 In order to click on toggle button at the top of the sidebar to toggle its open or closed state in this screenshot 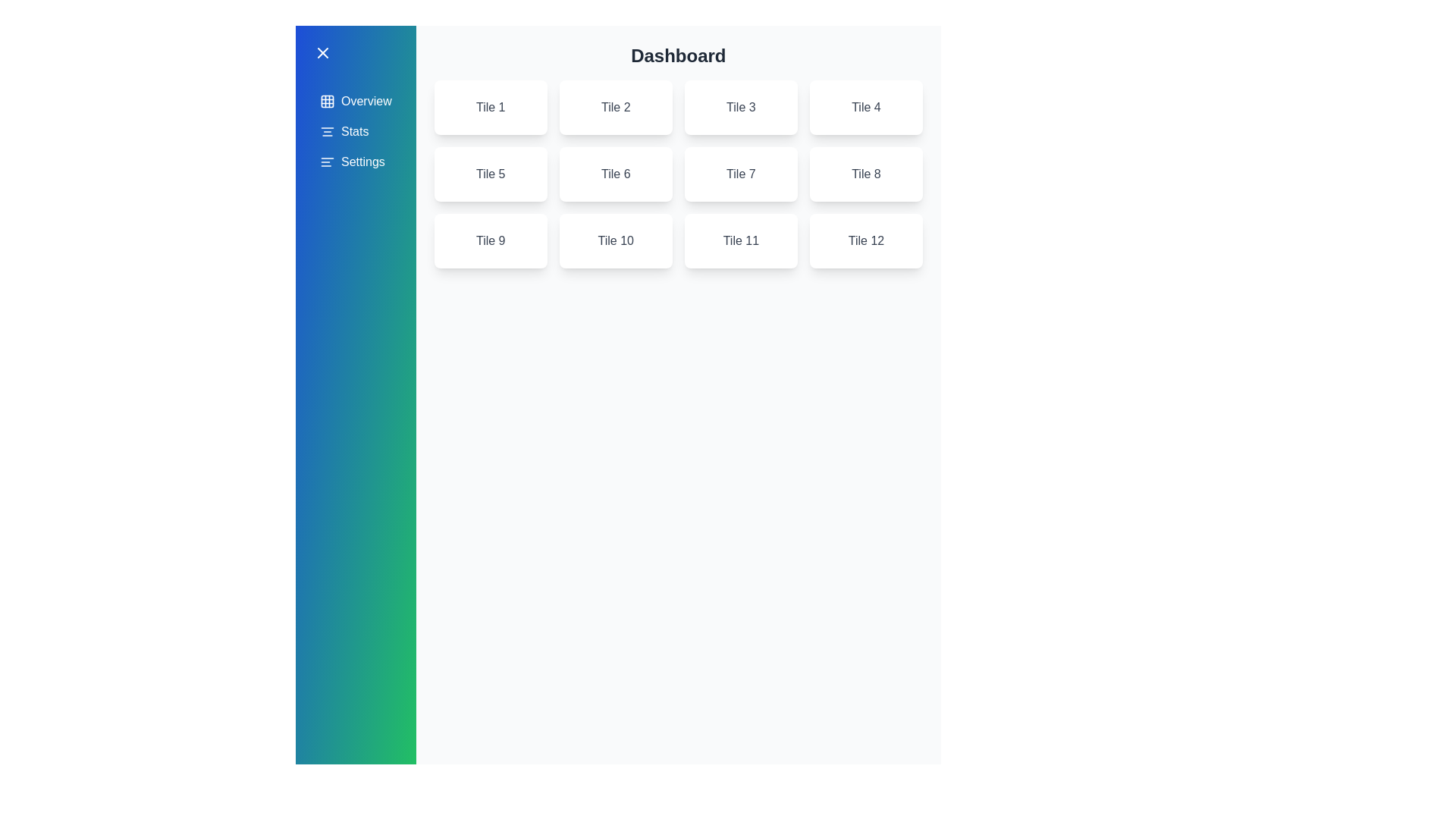, I will do `click(355, 52)`.